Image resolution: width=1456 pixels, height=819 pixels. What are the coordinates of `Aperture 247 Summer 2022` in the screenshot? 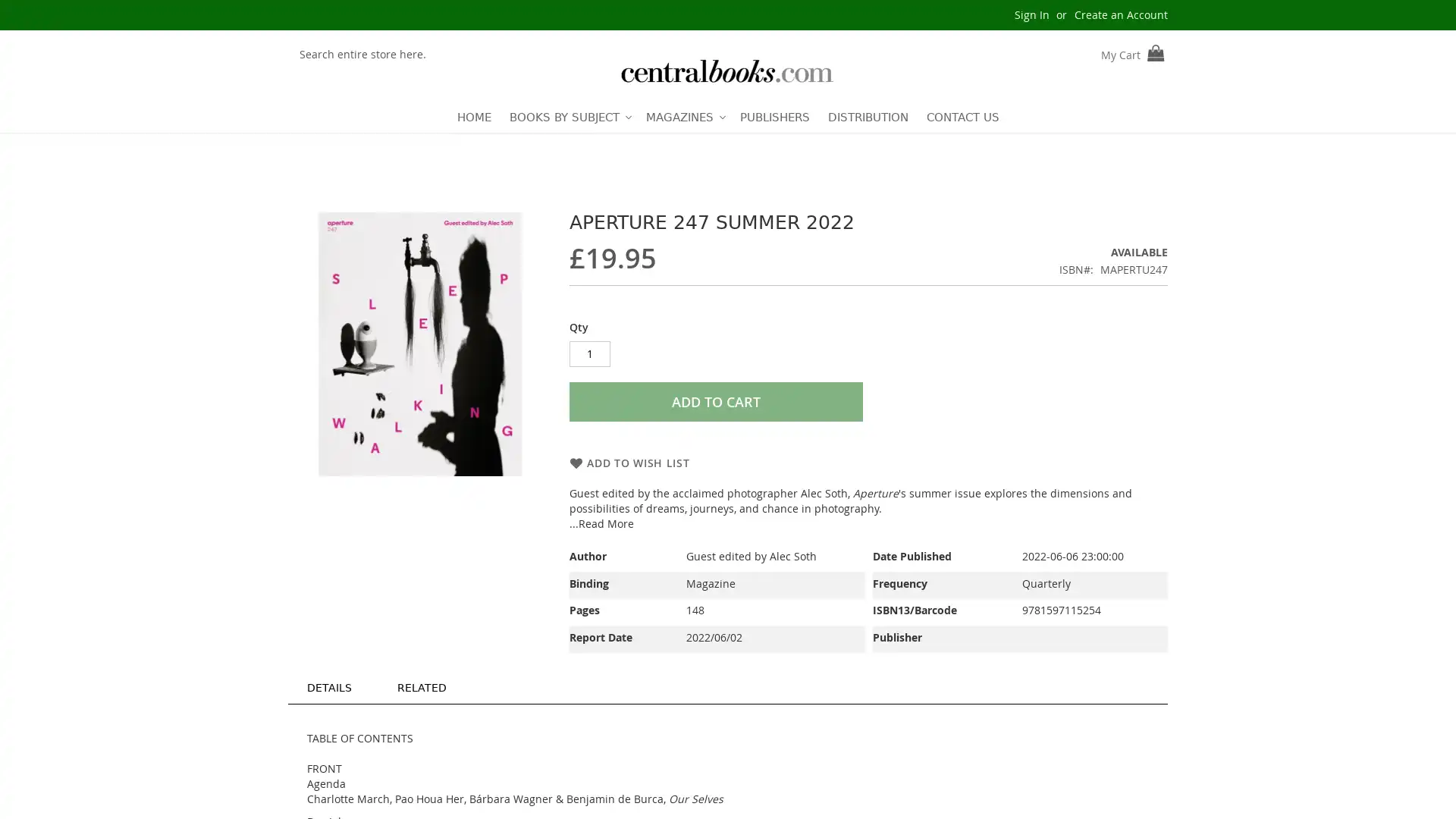 It's located at (457, 519).